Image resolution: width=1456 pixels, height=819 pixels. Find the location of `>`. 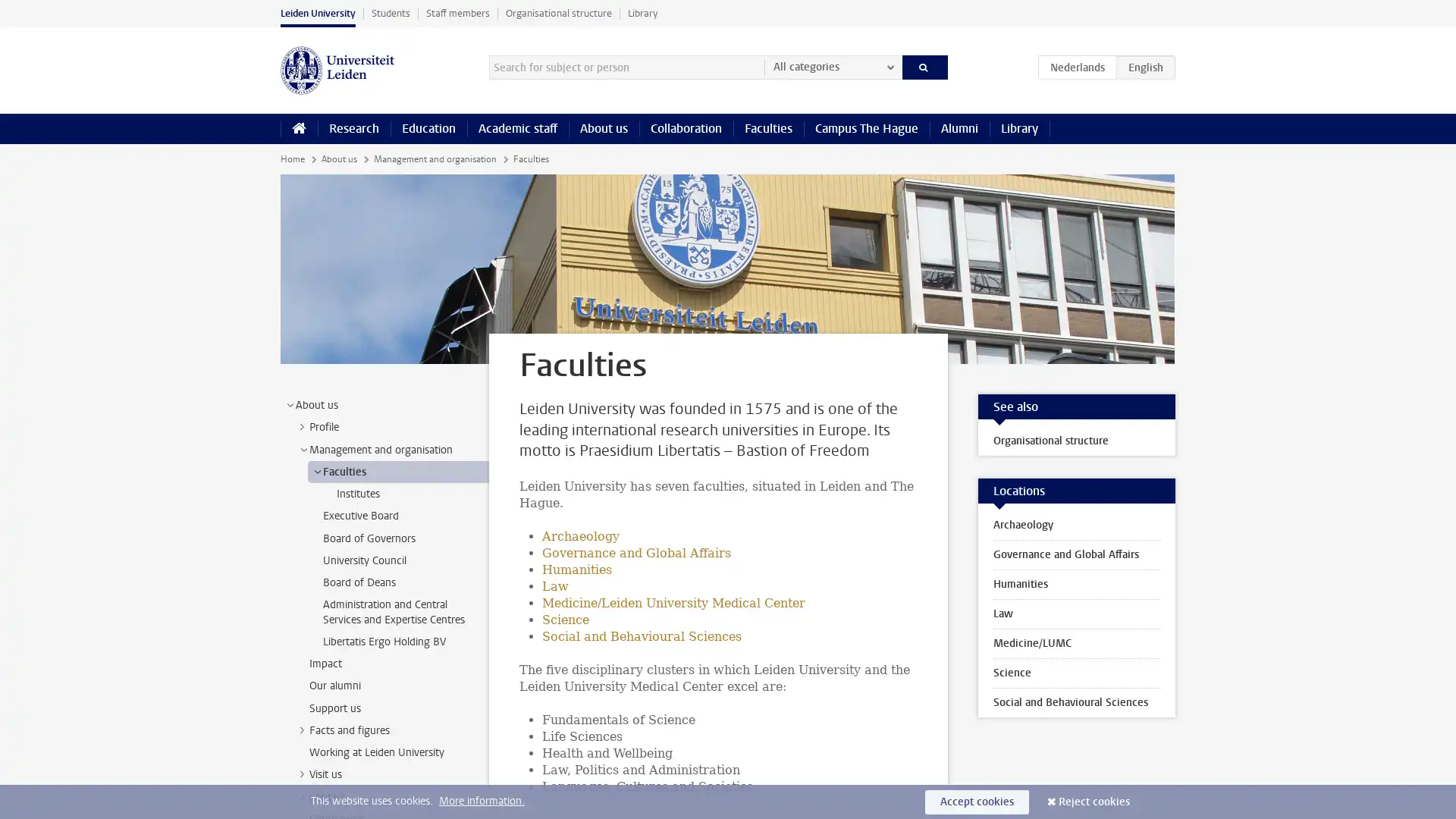

> is located at coordinates (290, 403).